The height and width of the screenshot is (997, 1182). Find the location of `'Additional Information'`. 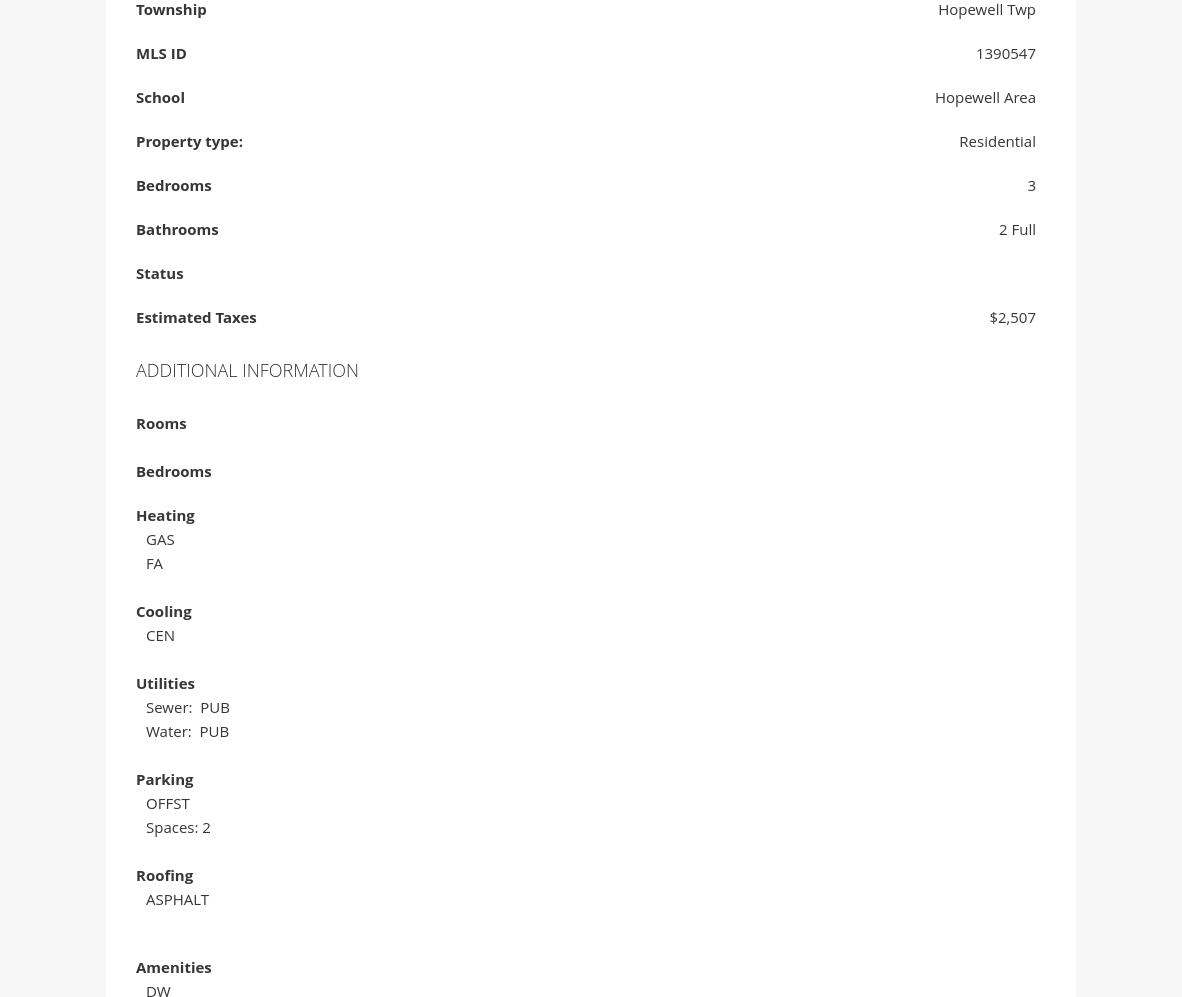

'Additional Information' is located at coordinates (246, 372).